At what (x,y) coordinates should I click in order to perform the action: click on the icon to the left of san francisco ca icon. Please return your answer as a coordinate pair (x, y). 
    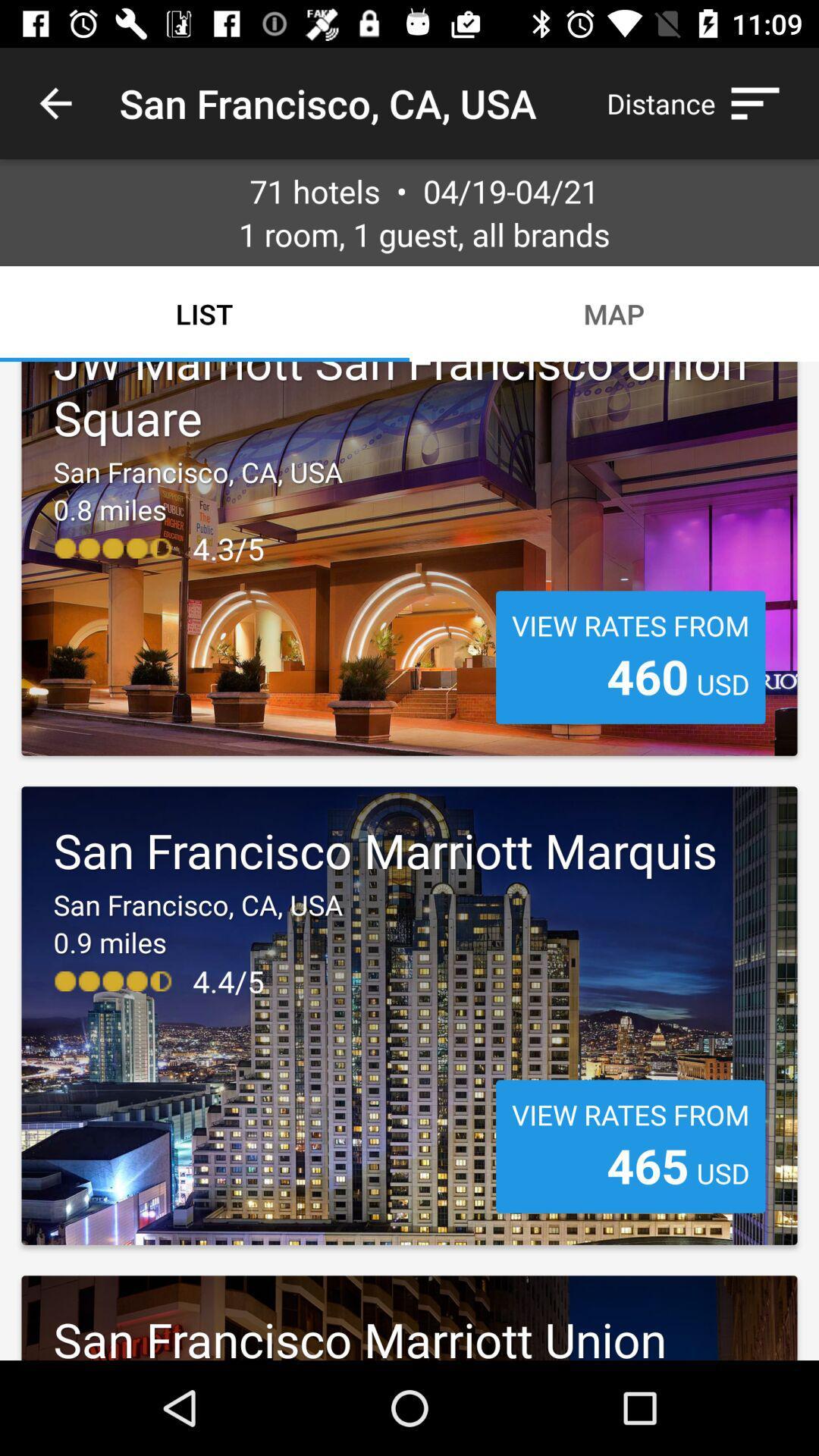
    Looking at the image, I should click on (55, 102).